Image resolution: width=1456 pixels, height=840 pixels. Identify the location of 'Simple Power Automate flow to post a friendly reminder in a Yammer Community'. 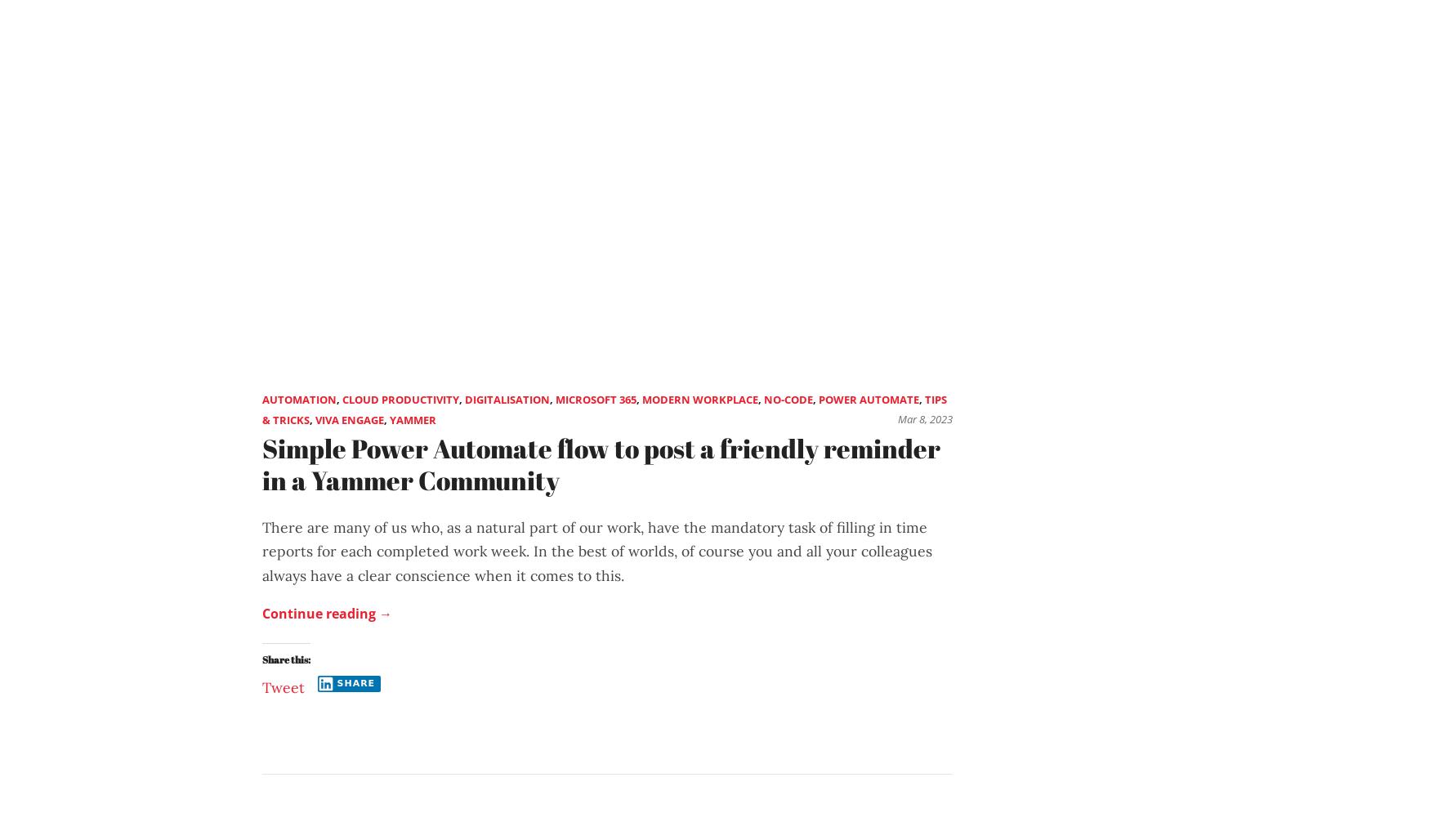
(601, 463).